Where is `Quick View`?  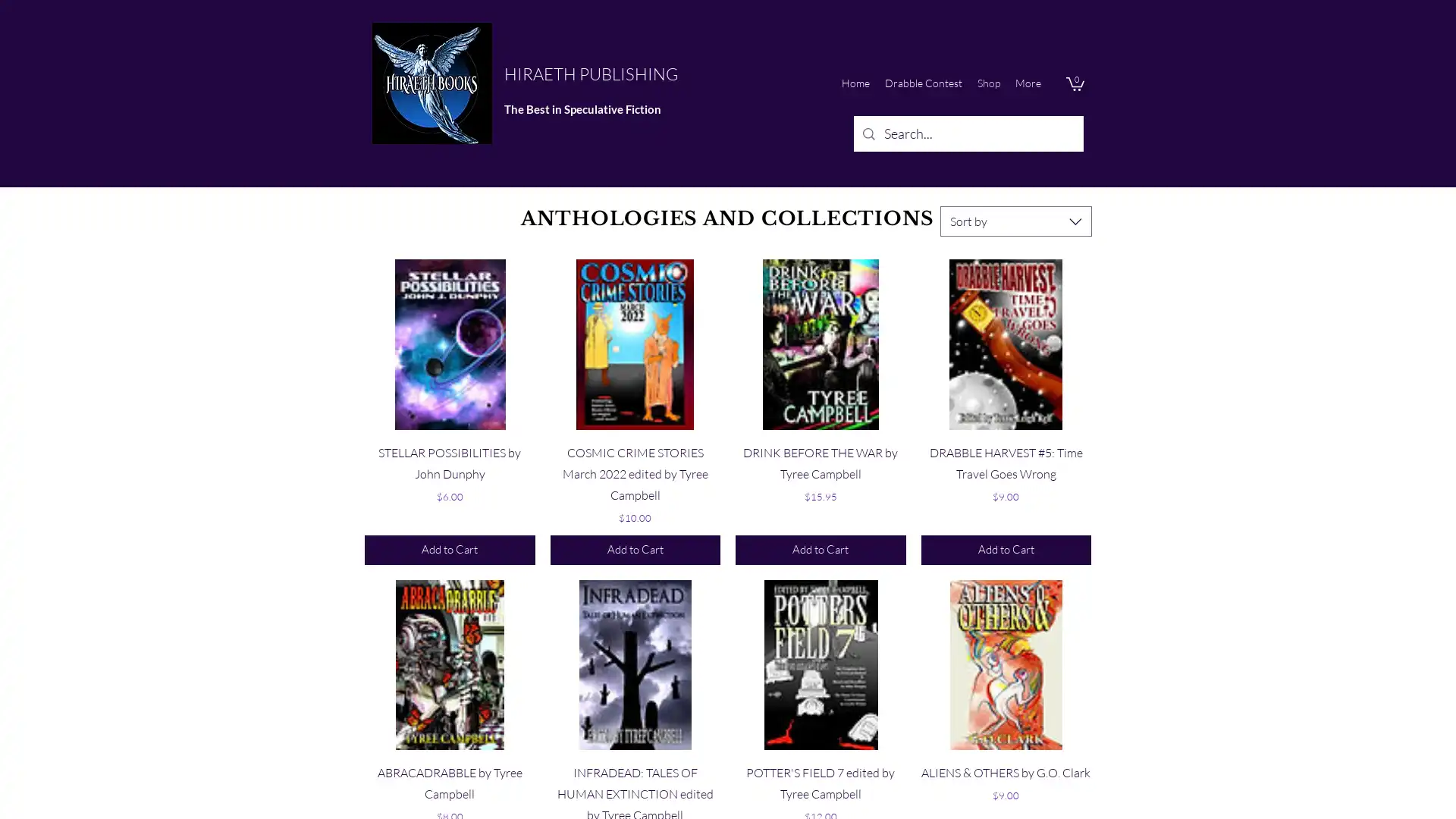 Quick View is located at coordinates (819, 447).